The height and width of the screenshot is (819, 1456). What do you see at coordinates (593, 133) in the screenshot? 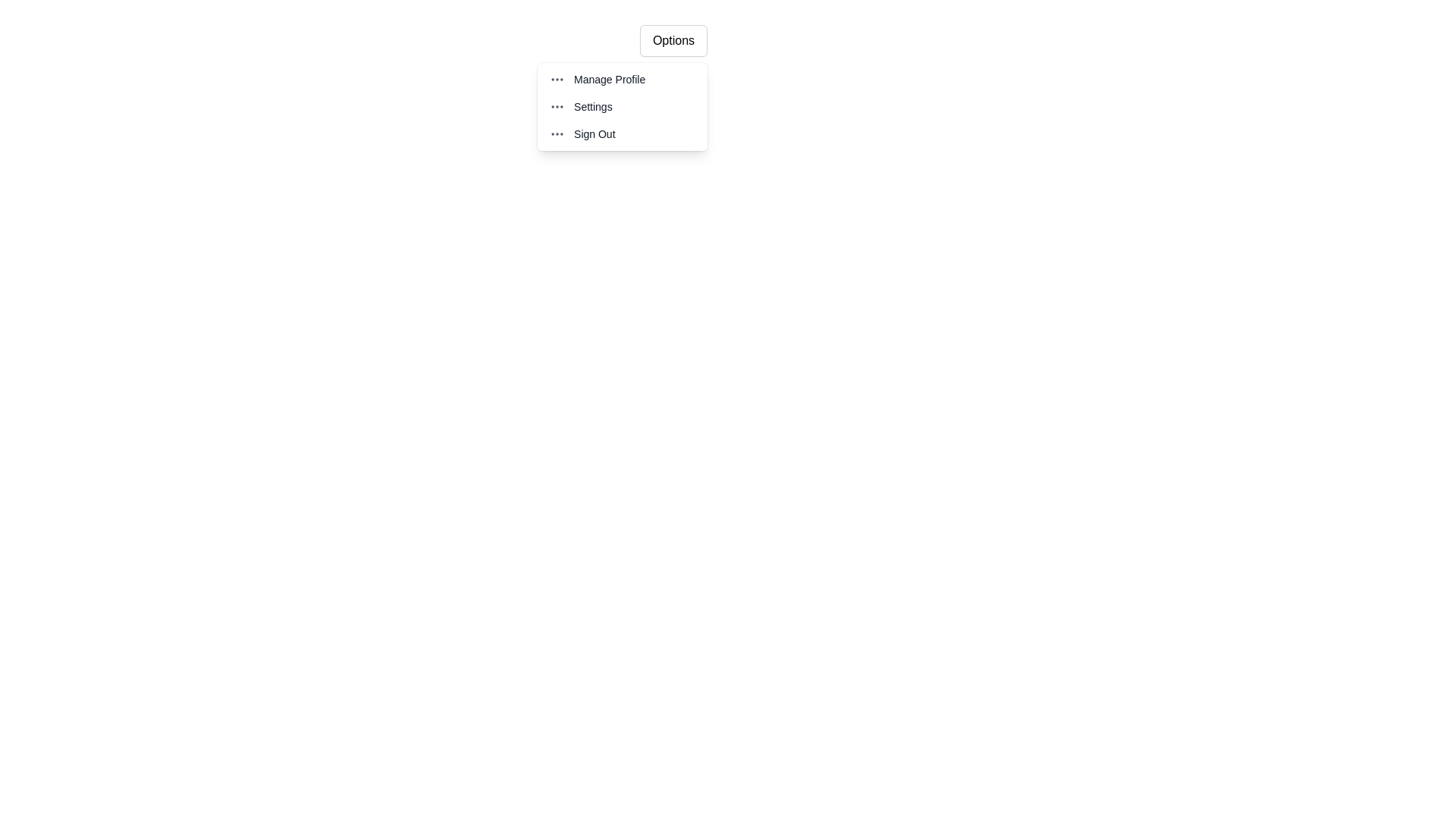
I see `the 'Sign Out' text label located at the bottom of the menu options to log out from the account` at bounding box center [593, 133].